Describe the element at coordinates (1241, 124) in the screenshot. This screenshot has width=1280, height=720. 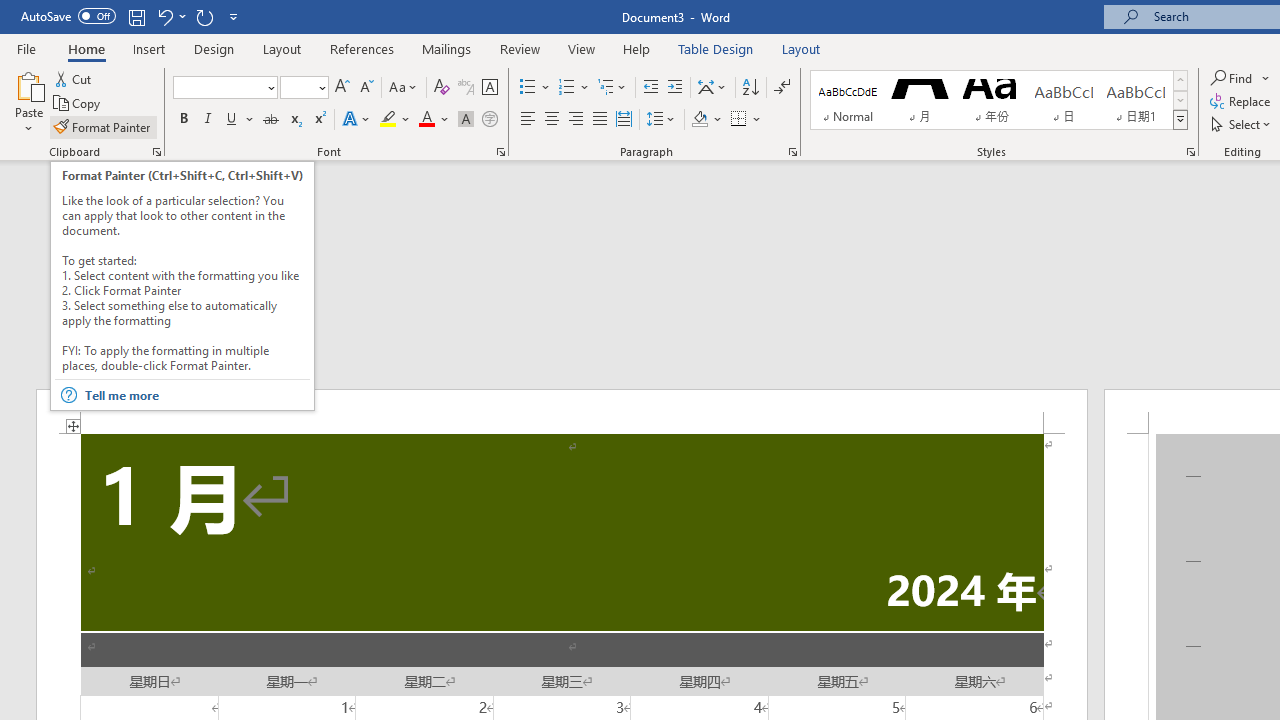
I see `'Select'` at that location.